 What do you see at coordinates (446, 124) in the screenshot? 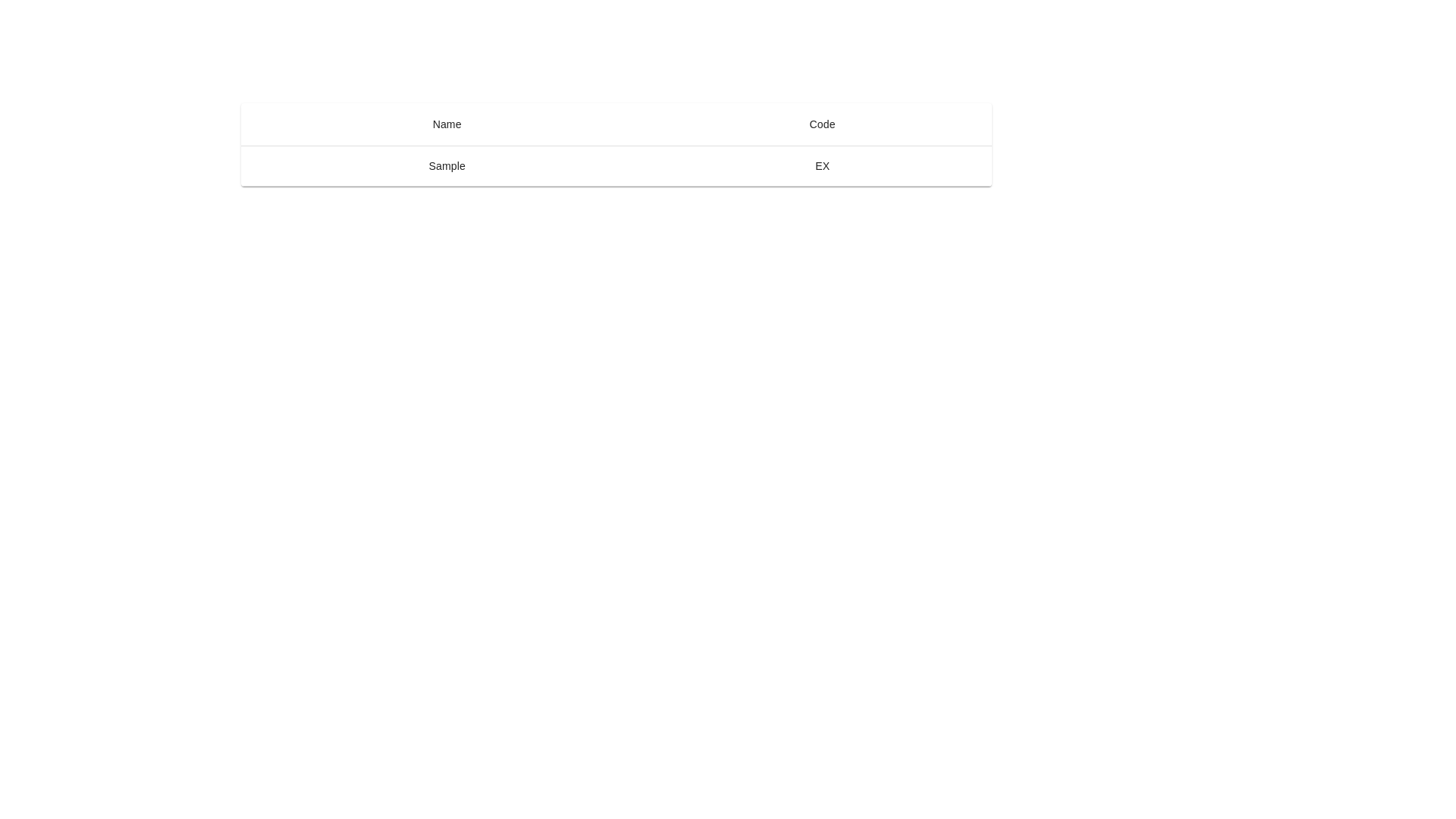
I see `text of the Table Header Cell that categorizes the 'Name' column in the table, located at the left side of the header row` at bounding box center [446, 124].